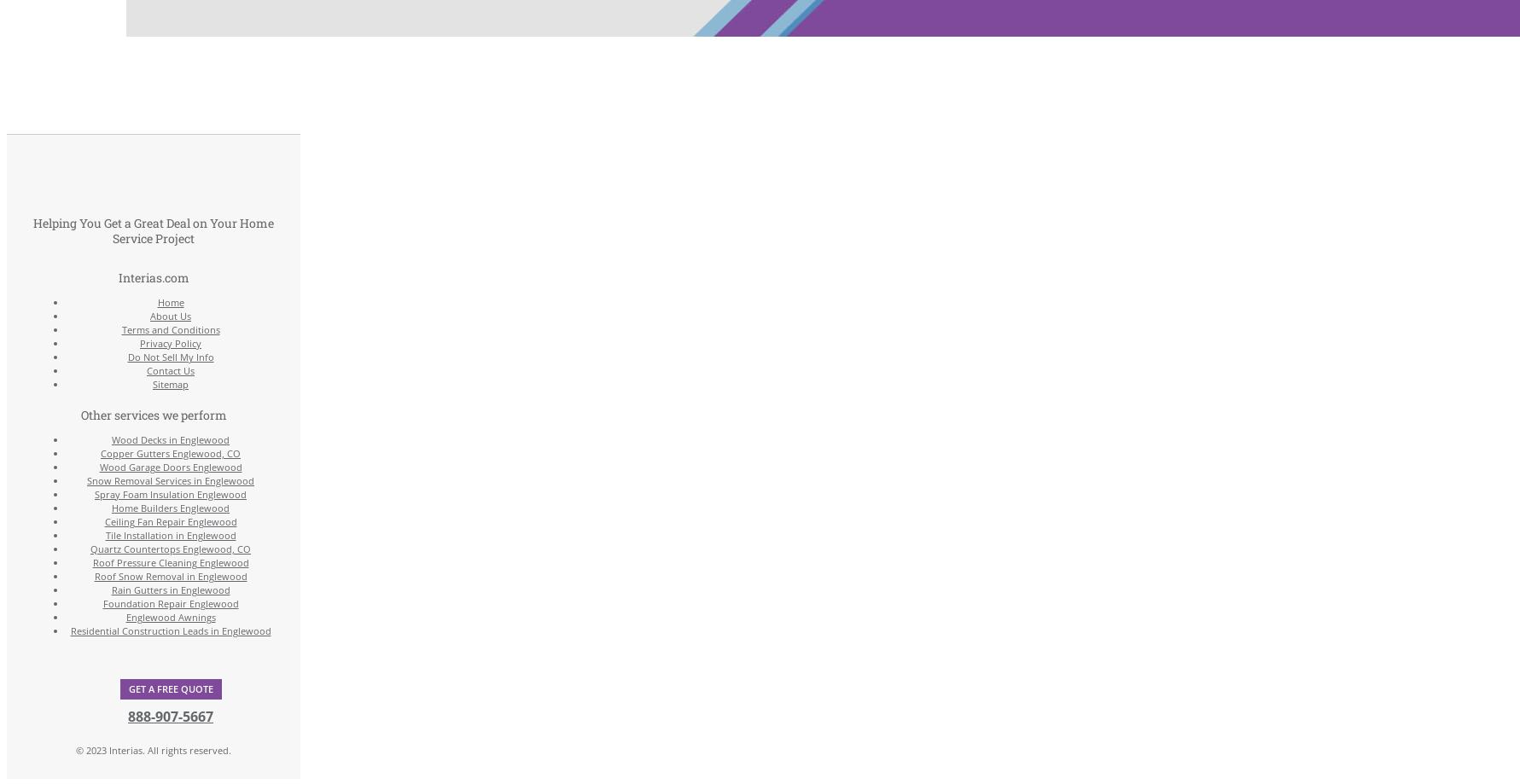 The width and height of the screenshot is (1520, 784). What do you see at coordinates (170, 688) in the screenshot?
I see `'Get a Free Quote'` at bounding box center [170, 688].